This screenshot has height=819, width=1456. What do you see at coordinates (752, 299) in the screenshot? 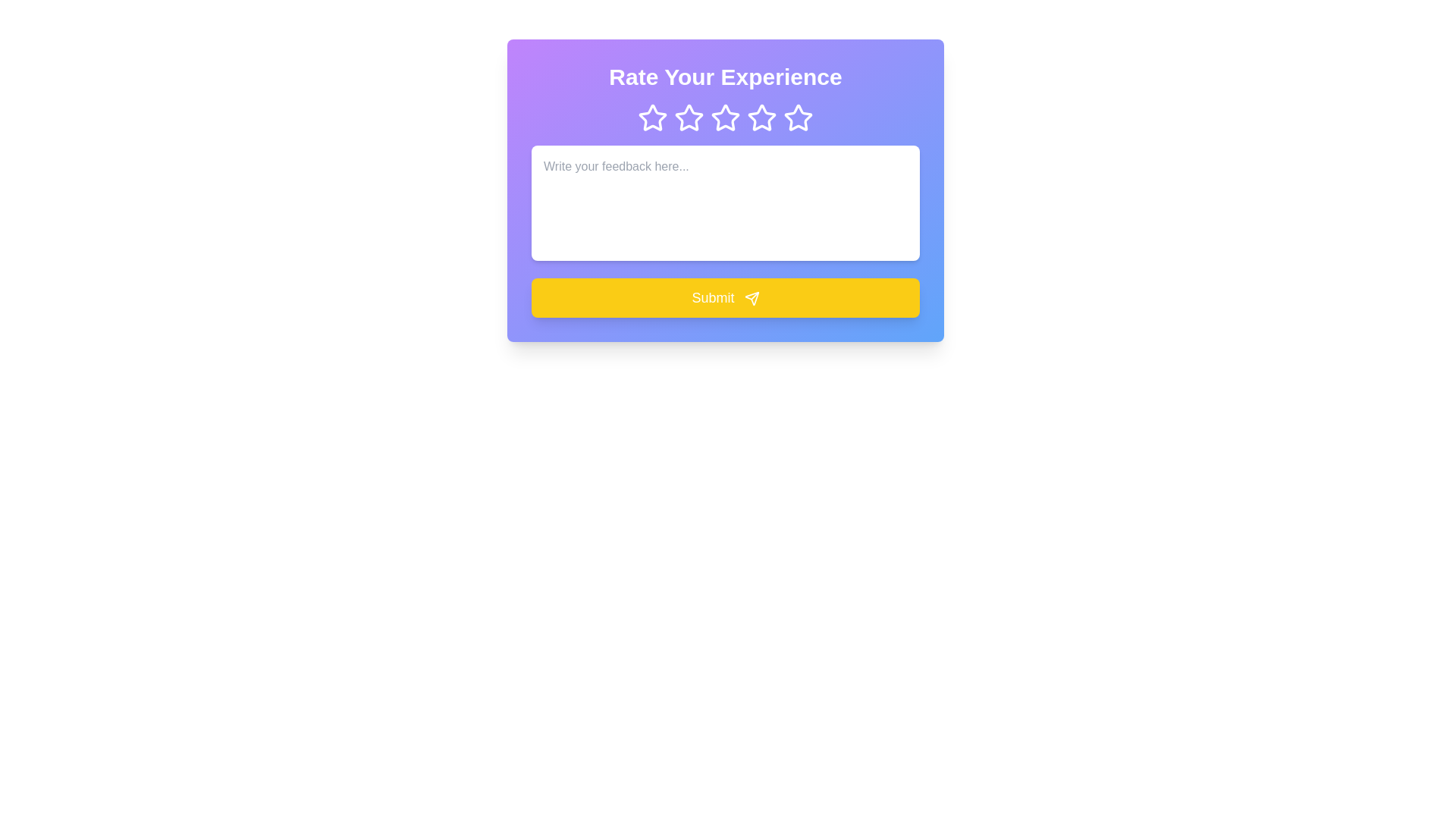
I see `the graphical representation of the 'Submit' button icon, which is part of the visual design indicating a sending action, located towards the right within the yellow button` at bounding box center [752, 299].